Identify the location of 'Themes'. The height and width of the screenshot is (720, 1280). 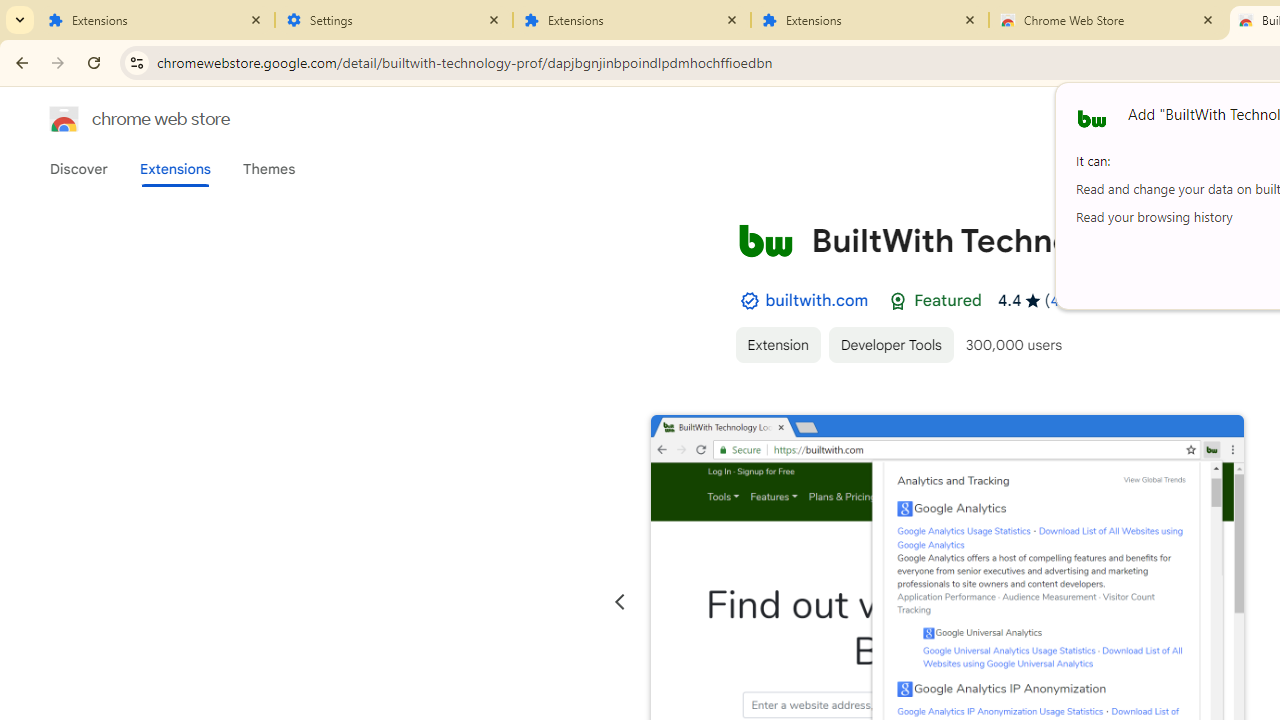
(268, 168).